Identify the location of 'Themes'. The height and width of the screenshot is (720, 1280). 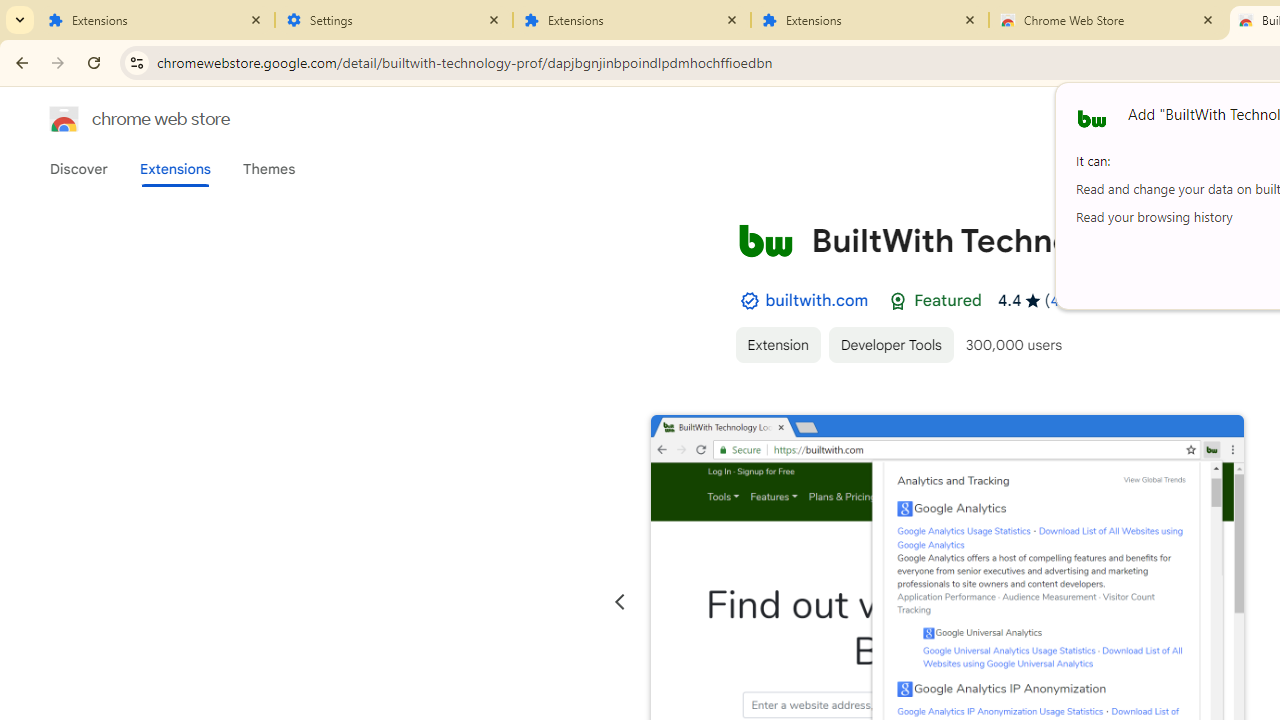
(268, 168).